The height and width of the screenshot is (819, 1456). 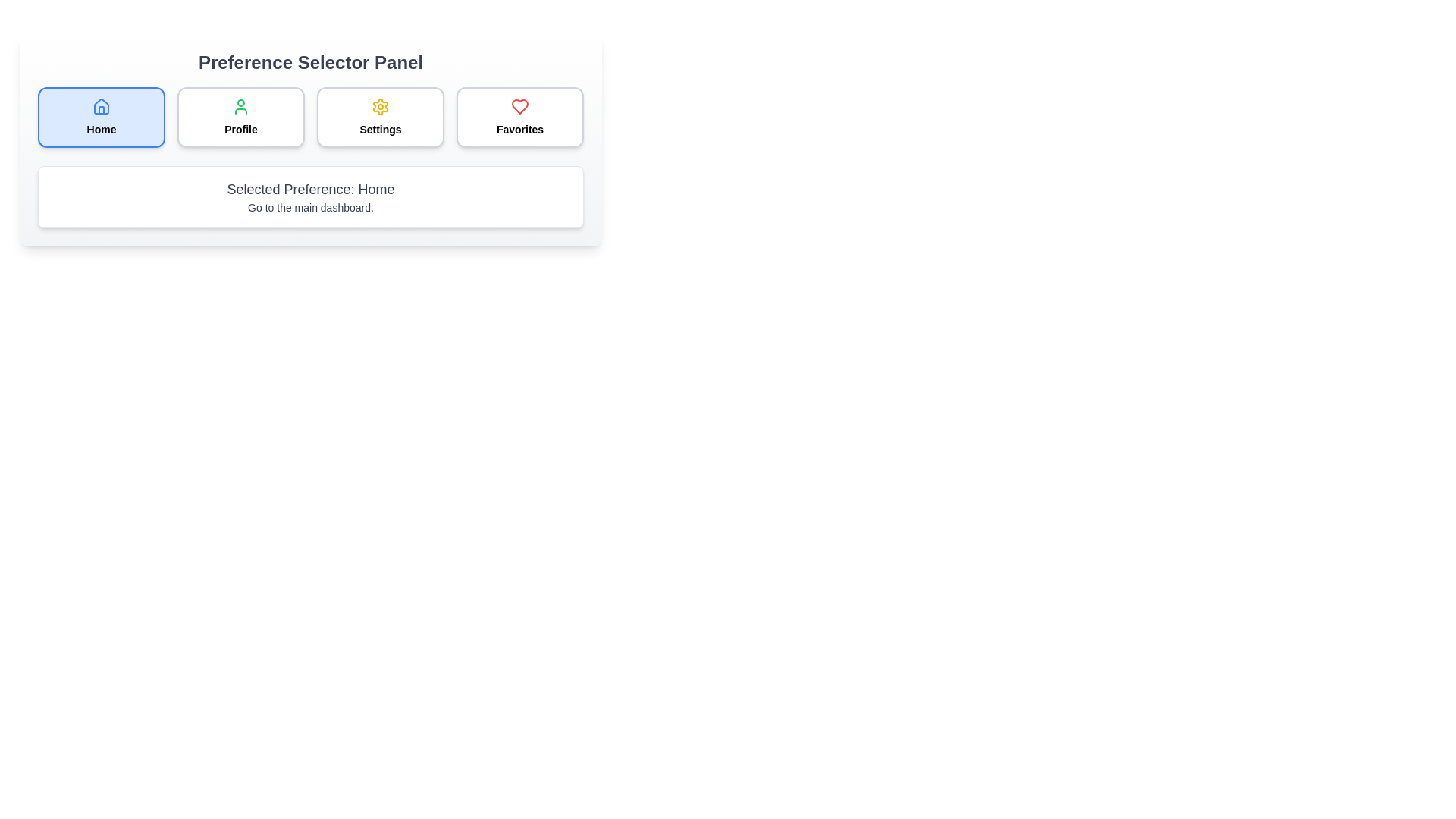 What do you see at coordinates (309, 196) in the screenshot?
I see `the informational text block that displays 'Selected Preference: Home' and 'Go to the main dashboard' within the Preference Selector Panel` at bounding box center [309, 196].